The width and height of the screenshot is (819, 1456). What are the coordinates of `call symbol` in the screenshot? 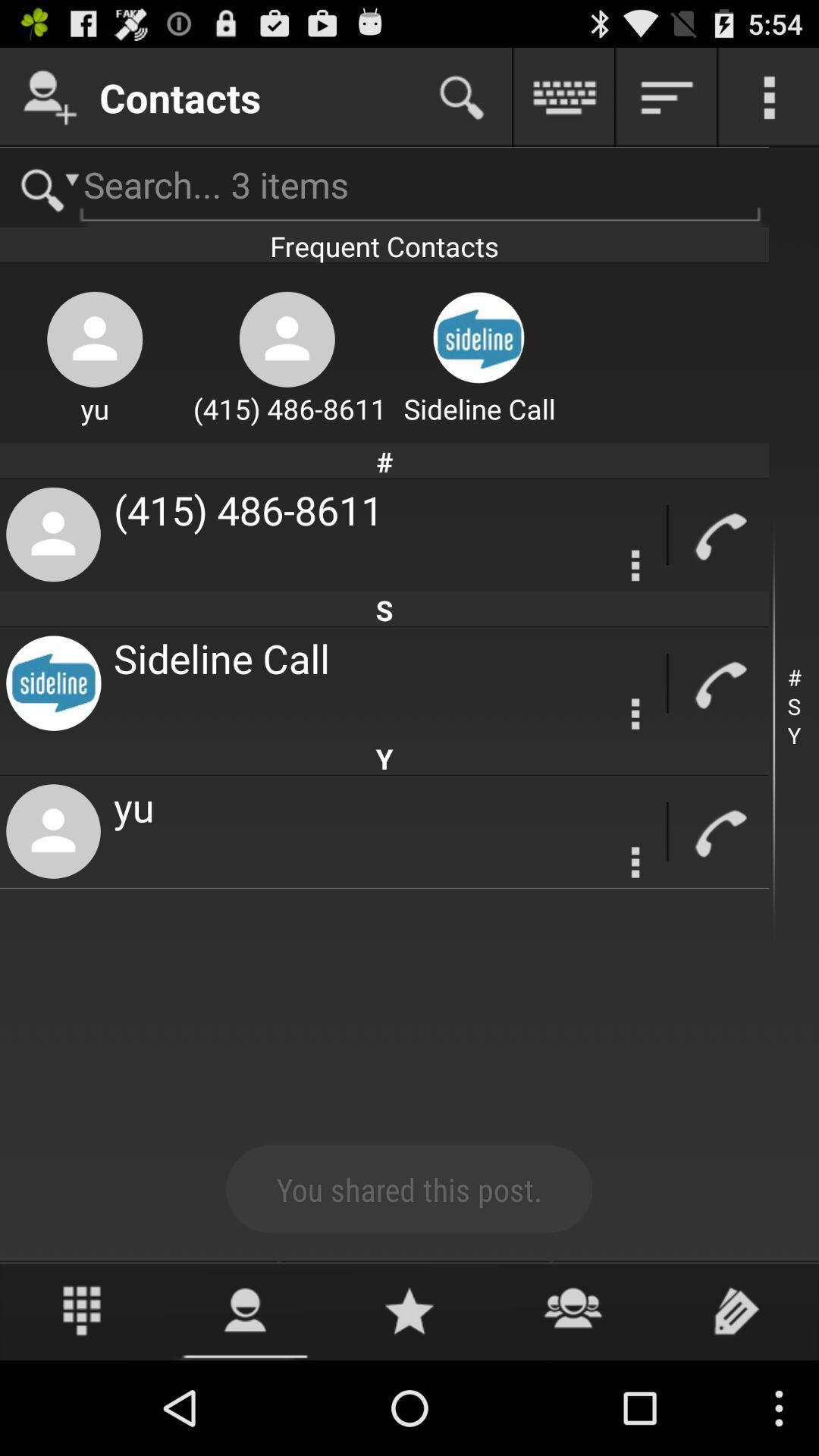 It's located at (718, 535).